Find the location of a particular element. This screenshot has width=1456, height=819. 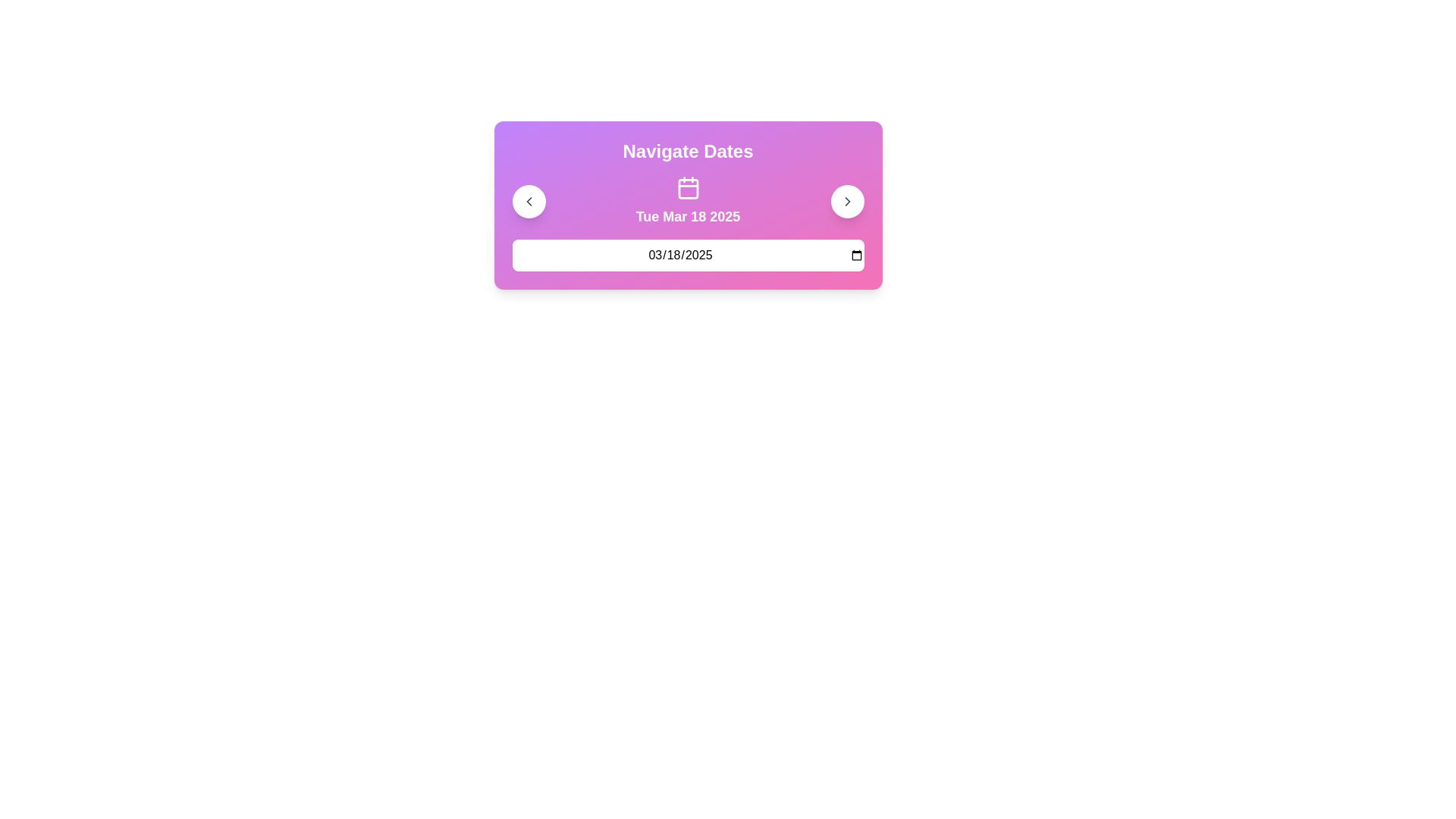

the left-facing chevron arrow icon within the circular button on the far-left side of the 'Navigate Dates' interface is located at coordinates (529, 201).